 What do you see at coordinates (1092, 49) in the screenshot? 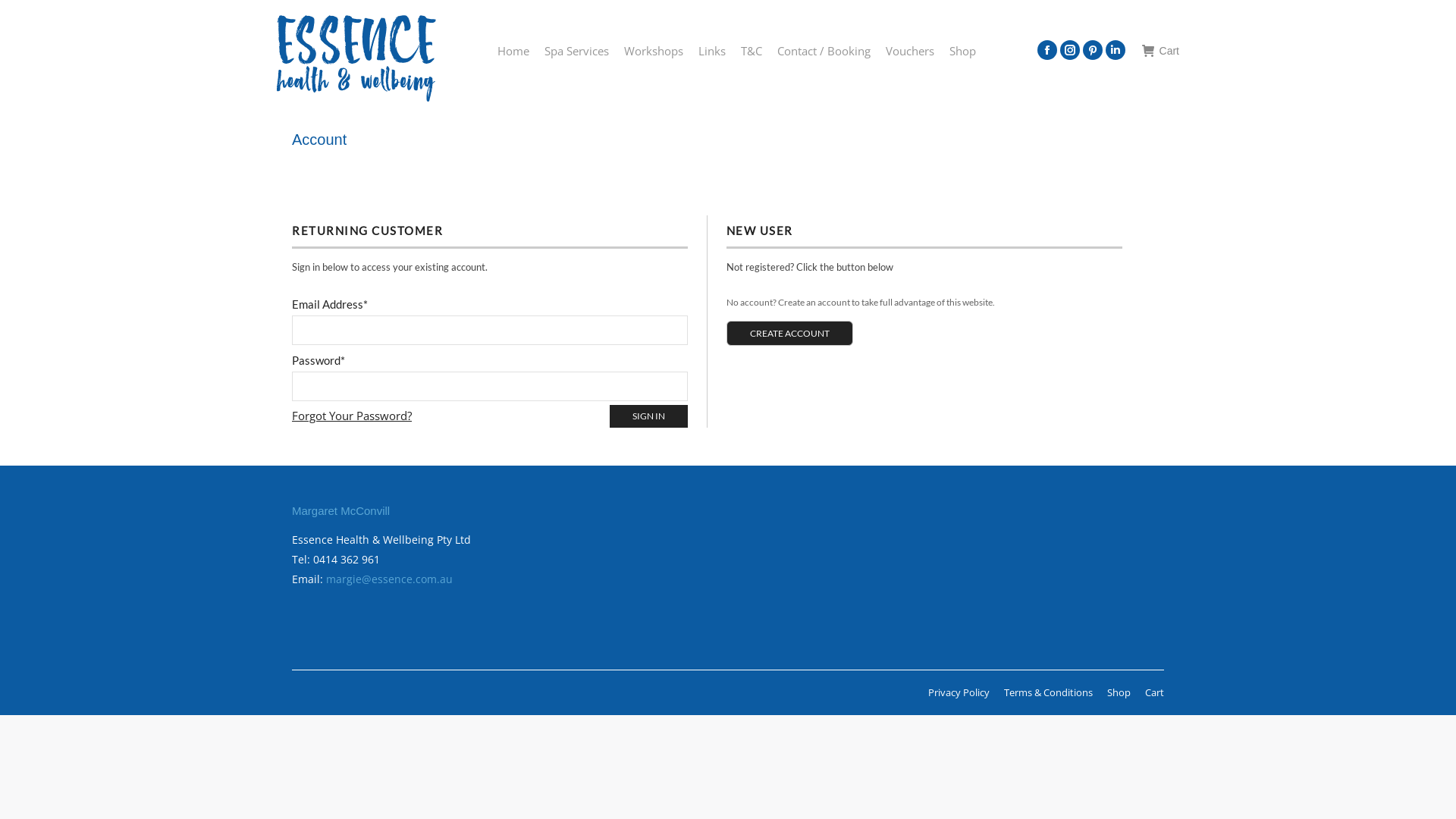
I see `'Pinterest page opens in new window'` at bounding box center [1092, 49].